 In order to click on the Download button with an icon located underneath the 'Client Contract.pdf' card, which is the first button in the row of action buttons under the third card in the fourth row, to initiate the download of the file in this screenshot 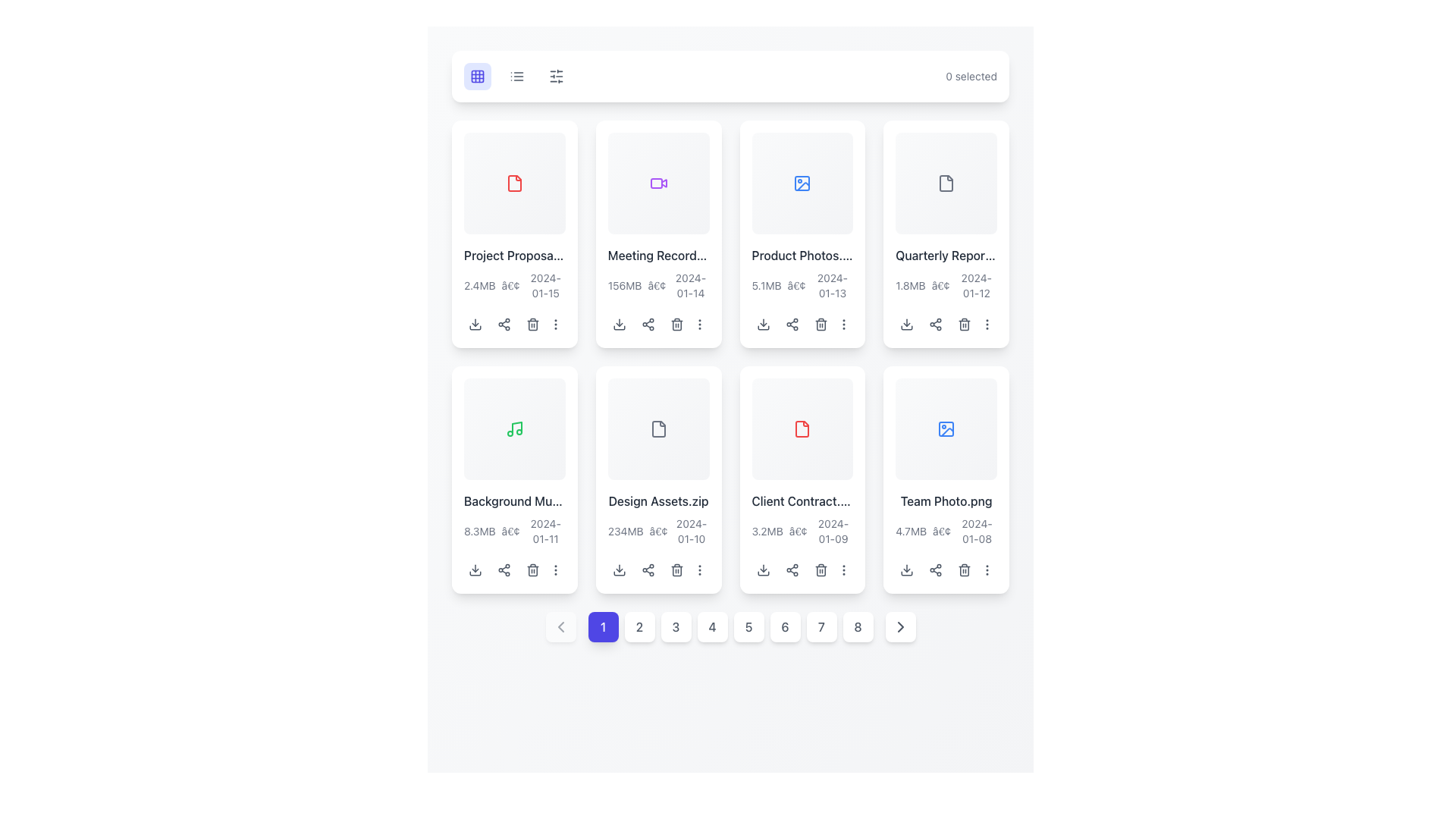, I will do `click(763, 570)`.